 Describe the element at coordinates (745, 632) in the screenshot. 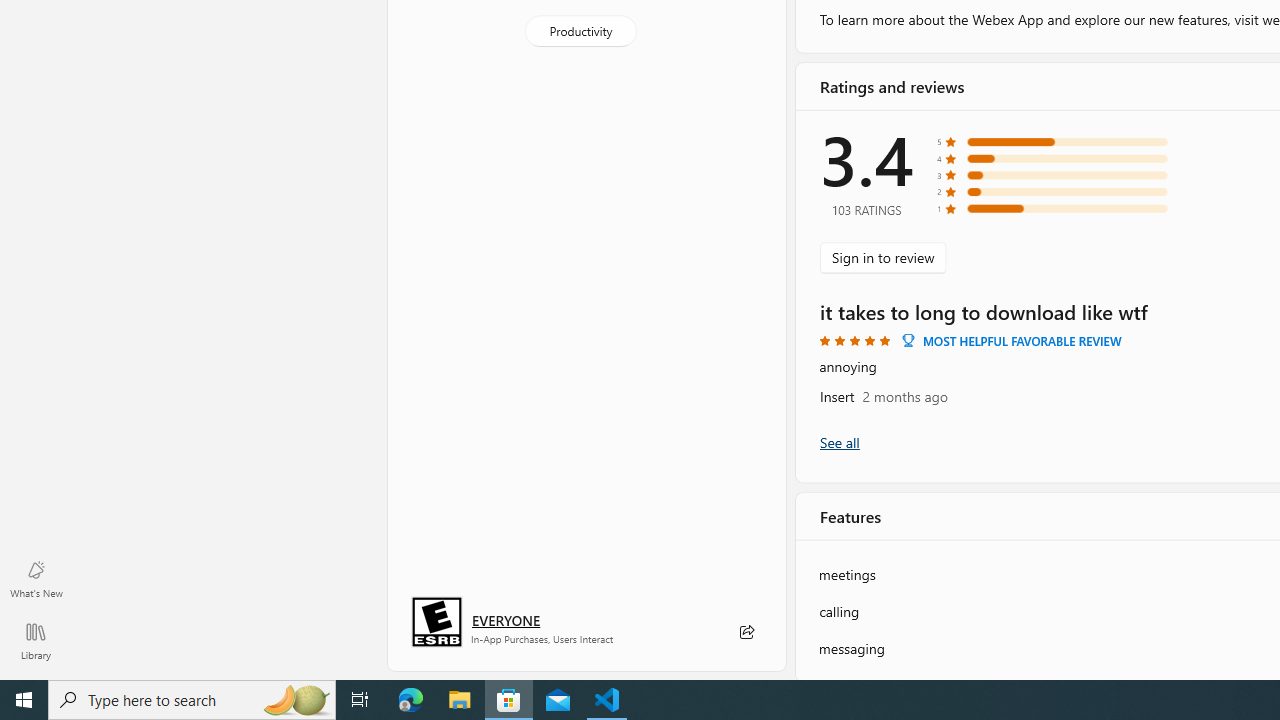

I see `'Share'` at that location.